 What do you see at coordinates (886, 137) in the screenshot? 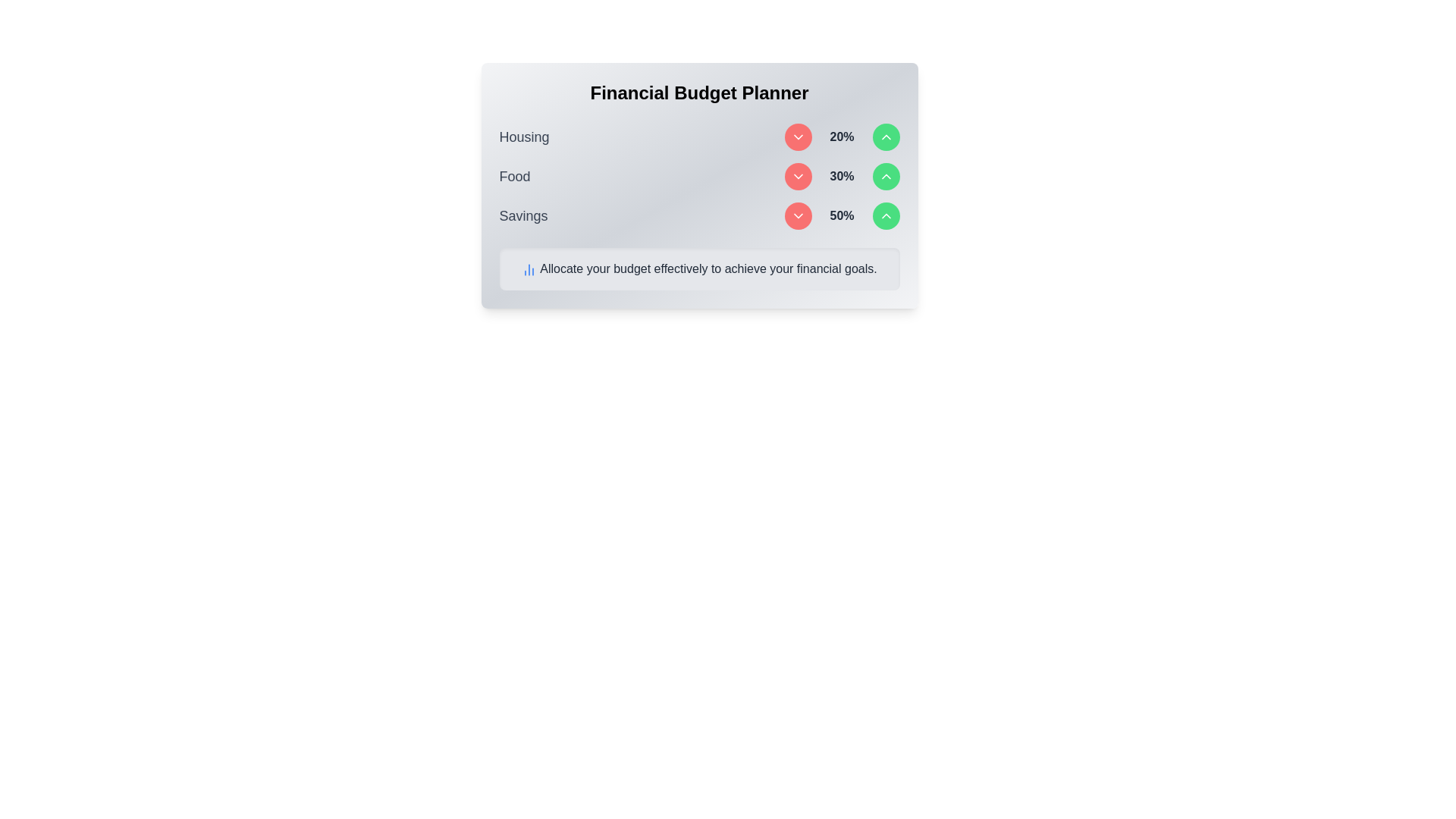
I see `the Icon button located in the rightmost column of the 'Savings' row, which is associated with incrementing or navigating upwards, positioned next to the '50%' percentage indicator` at bounding box center [886, 137].